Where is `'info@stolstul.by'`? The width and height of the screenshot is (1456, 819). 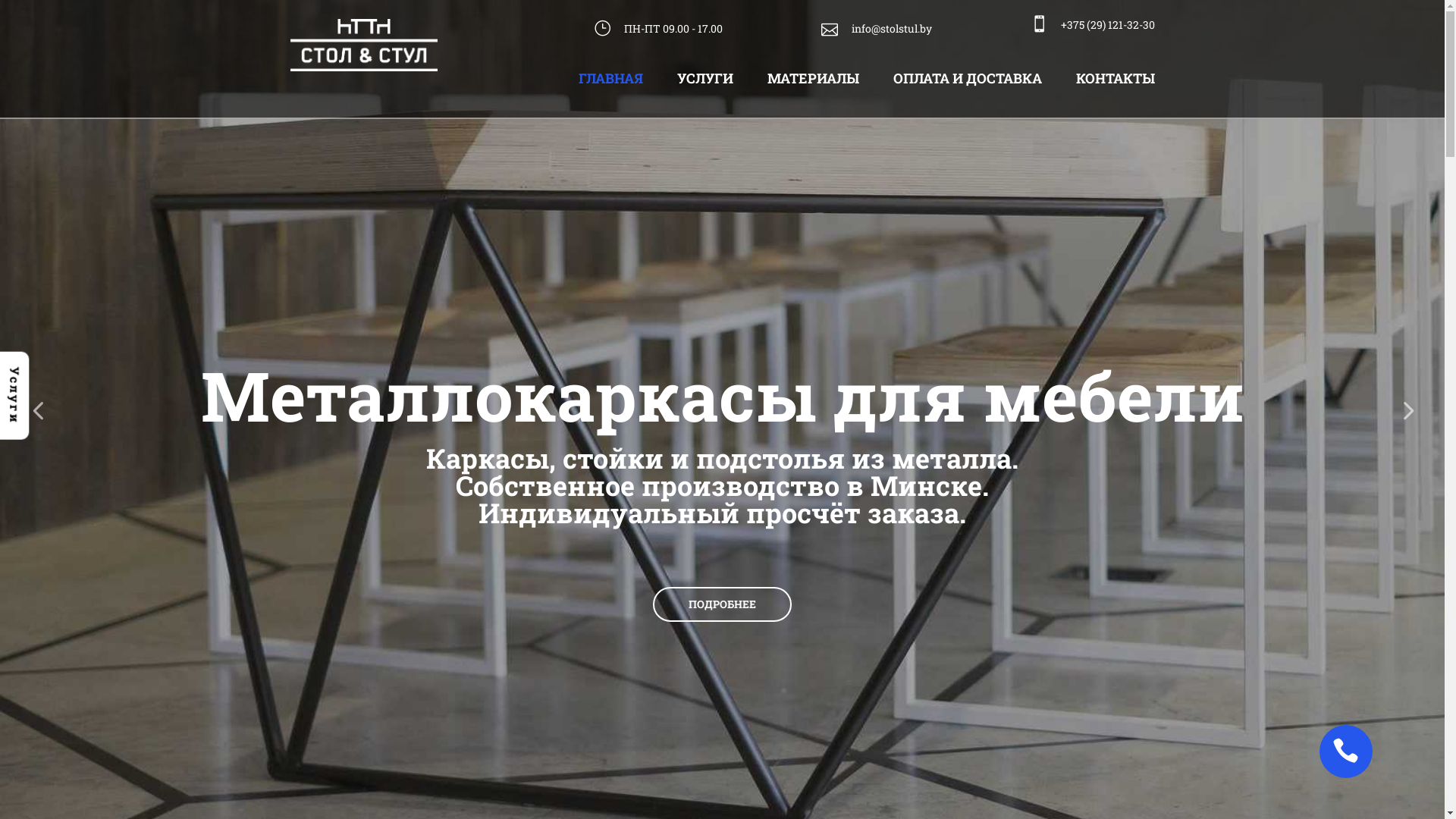
'info@stolstul.by' is located at coordinates (876, 29).